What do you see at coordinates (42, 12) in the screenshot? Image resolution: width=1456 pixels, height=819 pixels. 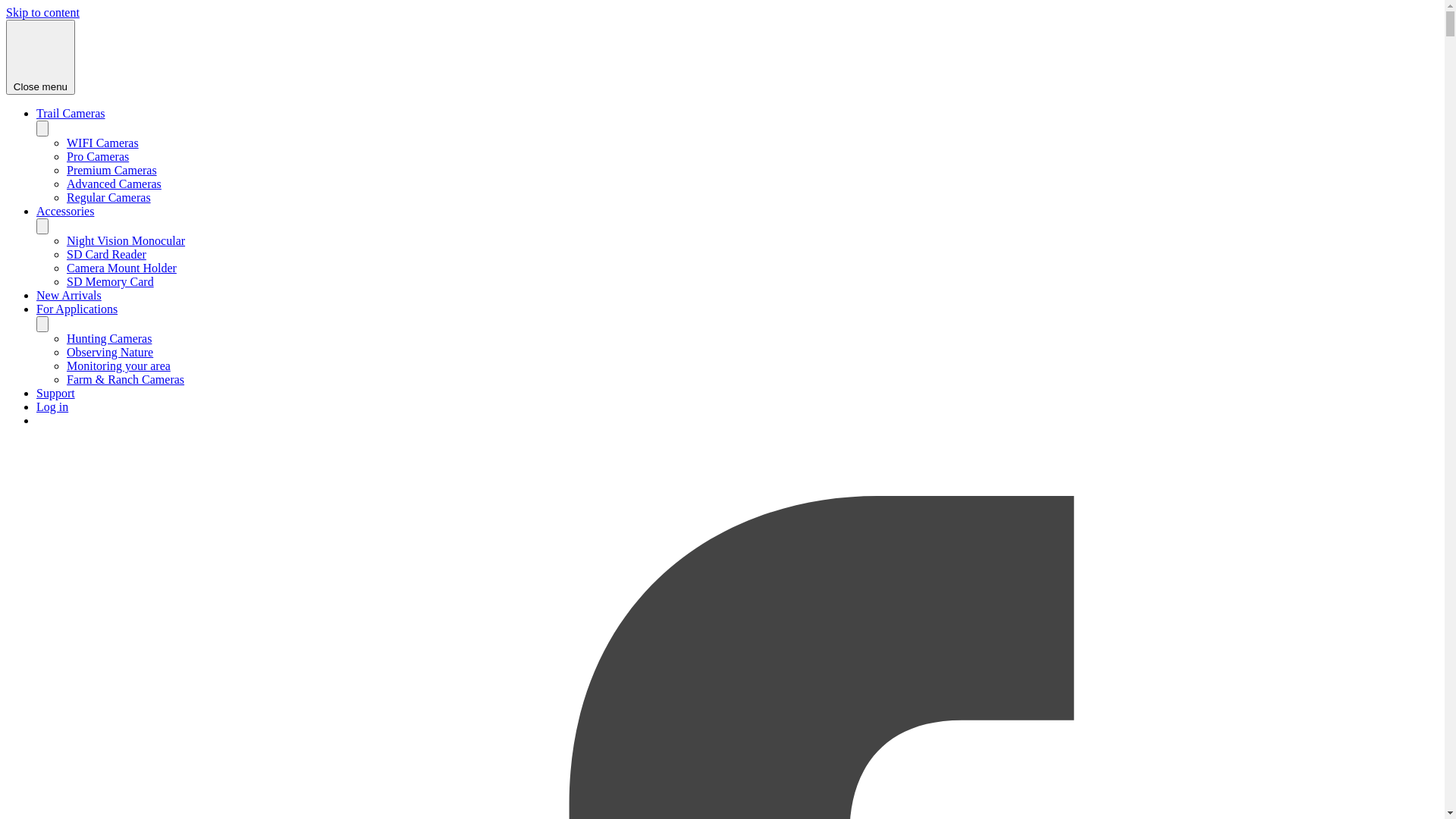 I see `'Skip to content'` at bounding box center [42, 12].